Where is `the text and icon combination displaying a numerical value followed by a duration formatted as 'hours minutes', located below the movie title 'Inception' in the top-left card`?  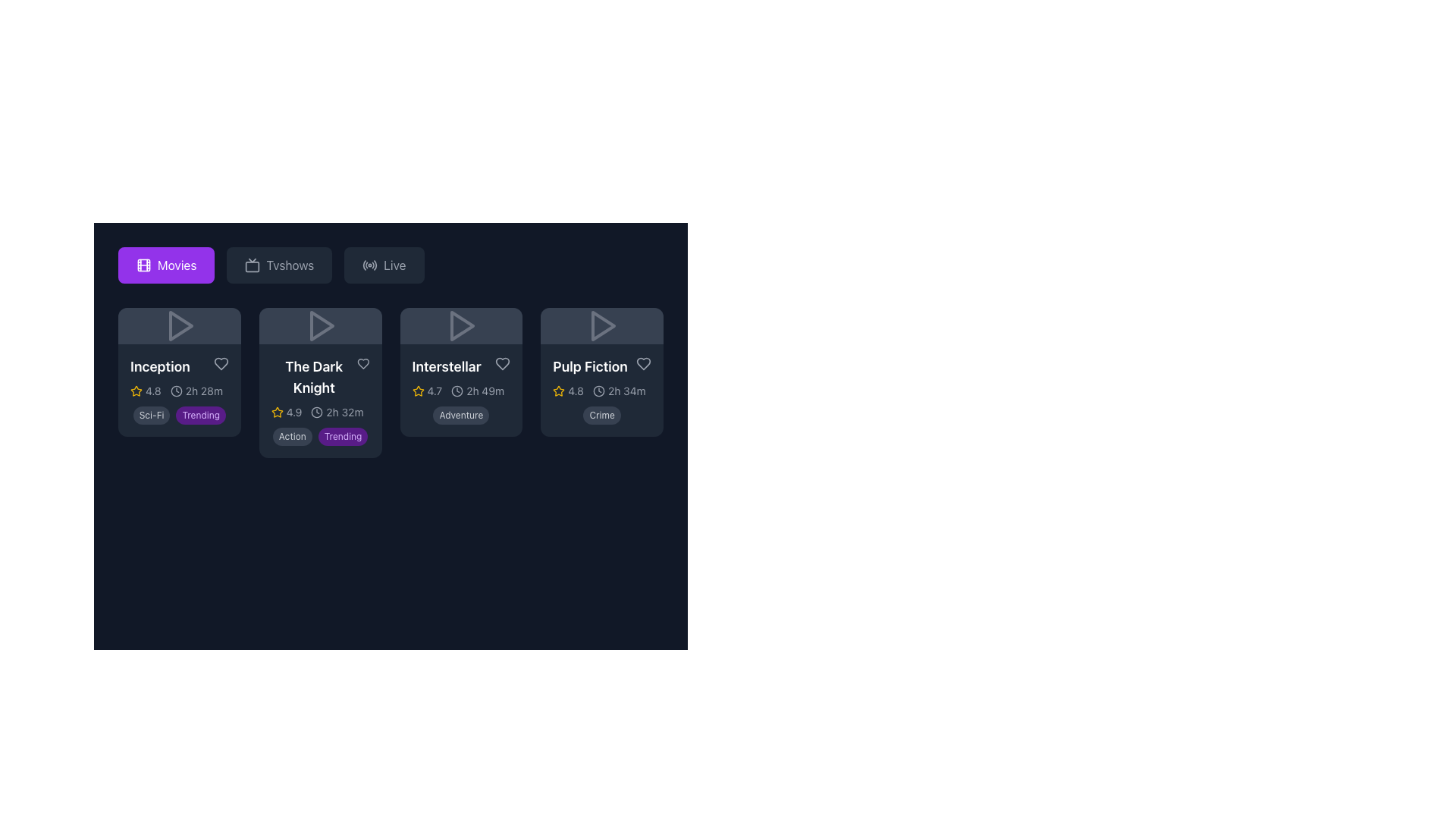 the text and icon combination displaying a numerical value followed by a duration formatted as 'hours minutes', located below the movie title 'Inception' in the top-left card is located at coordinates (179, 391).